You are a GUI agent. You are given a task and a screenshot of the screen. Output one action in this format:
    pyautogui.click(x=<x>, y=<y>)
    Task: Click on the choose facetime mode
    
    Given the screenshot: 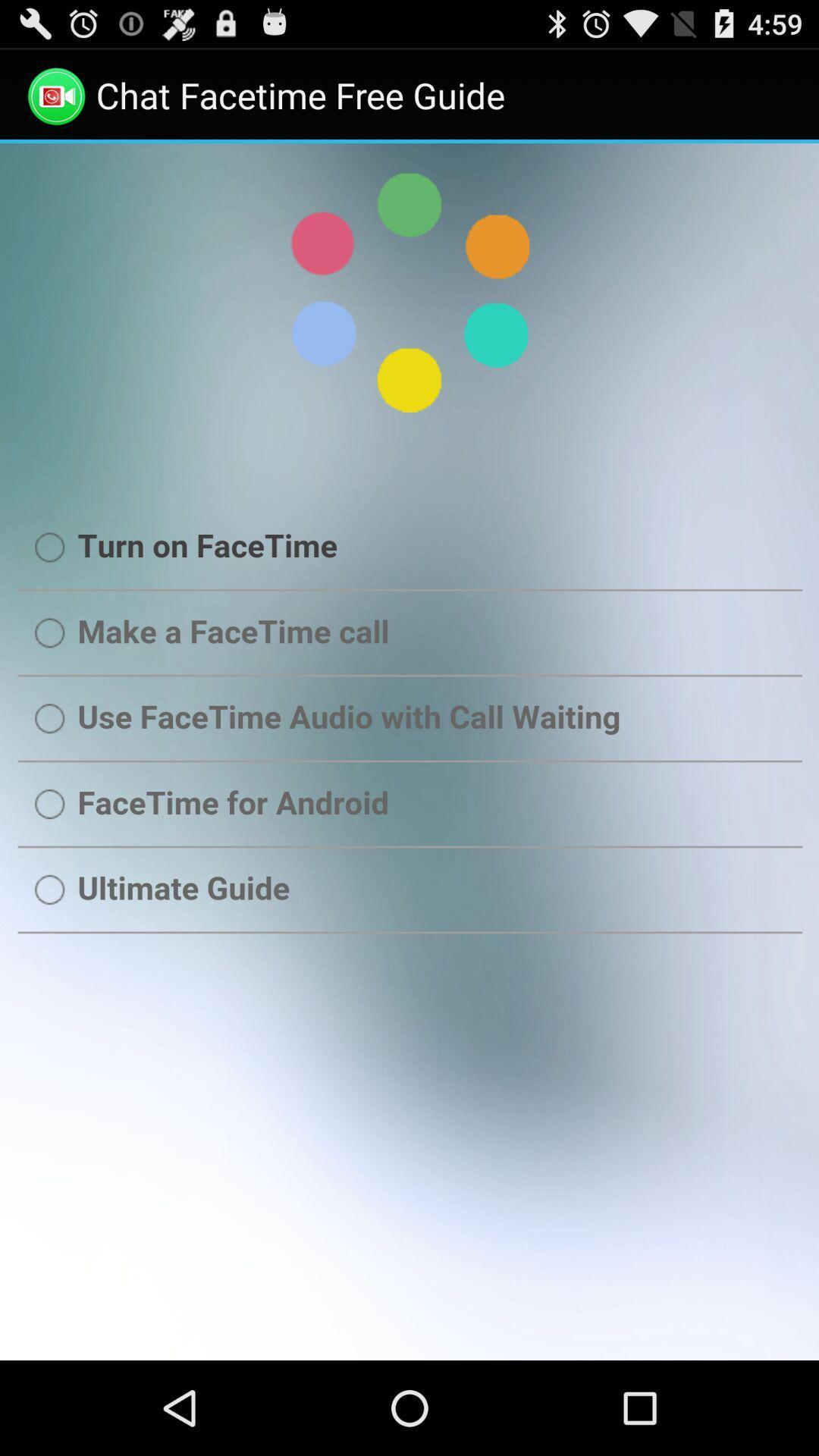 What is the action you would take?
    pyautogui.click(x=409, y=752)
    